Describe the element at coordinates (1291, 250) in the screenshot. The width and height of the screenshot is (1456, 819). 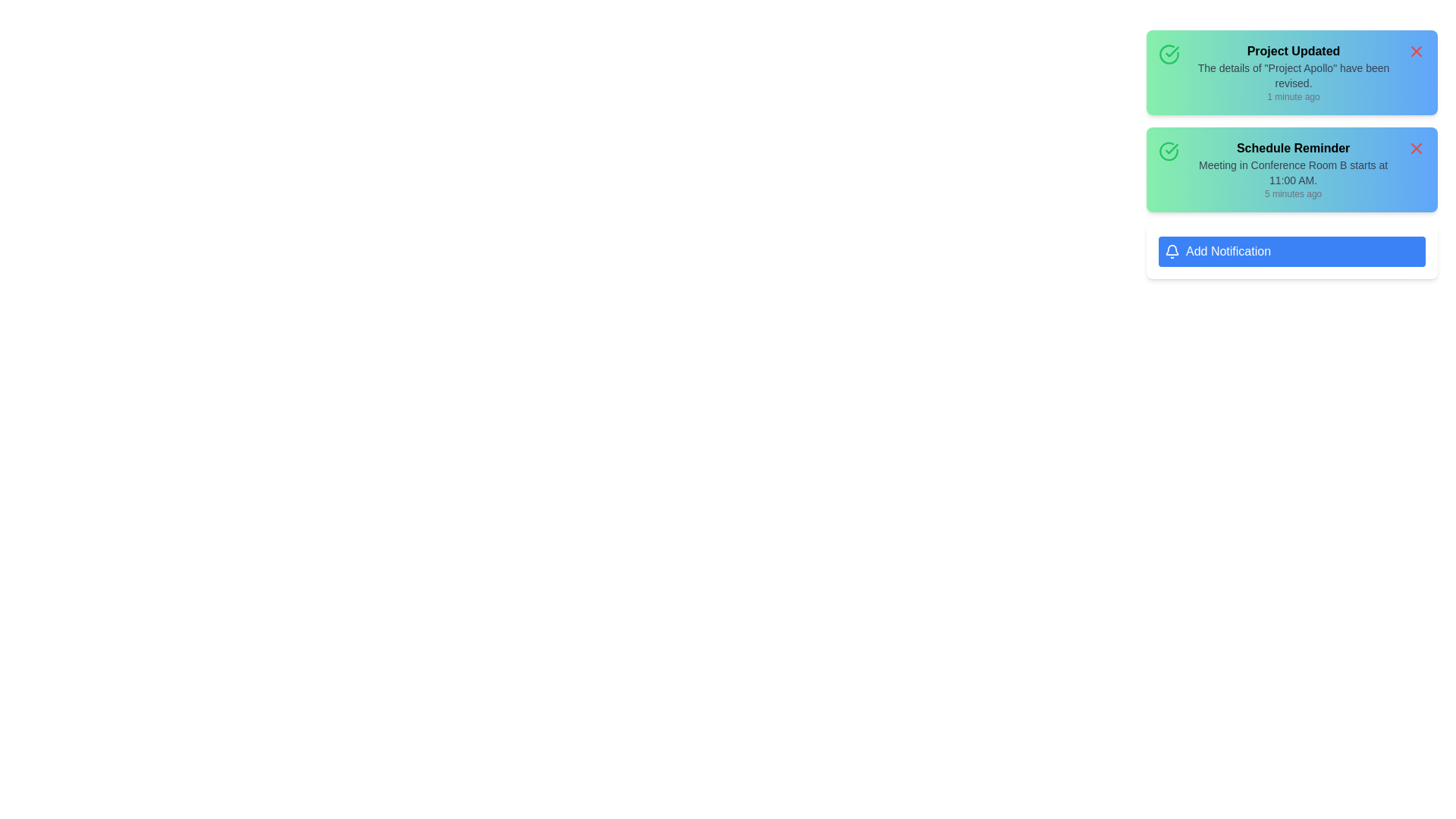
I see `the 'Add Notification' button to initiate the addition of a new notification` at that location.